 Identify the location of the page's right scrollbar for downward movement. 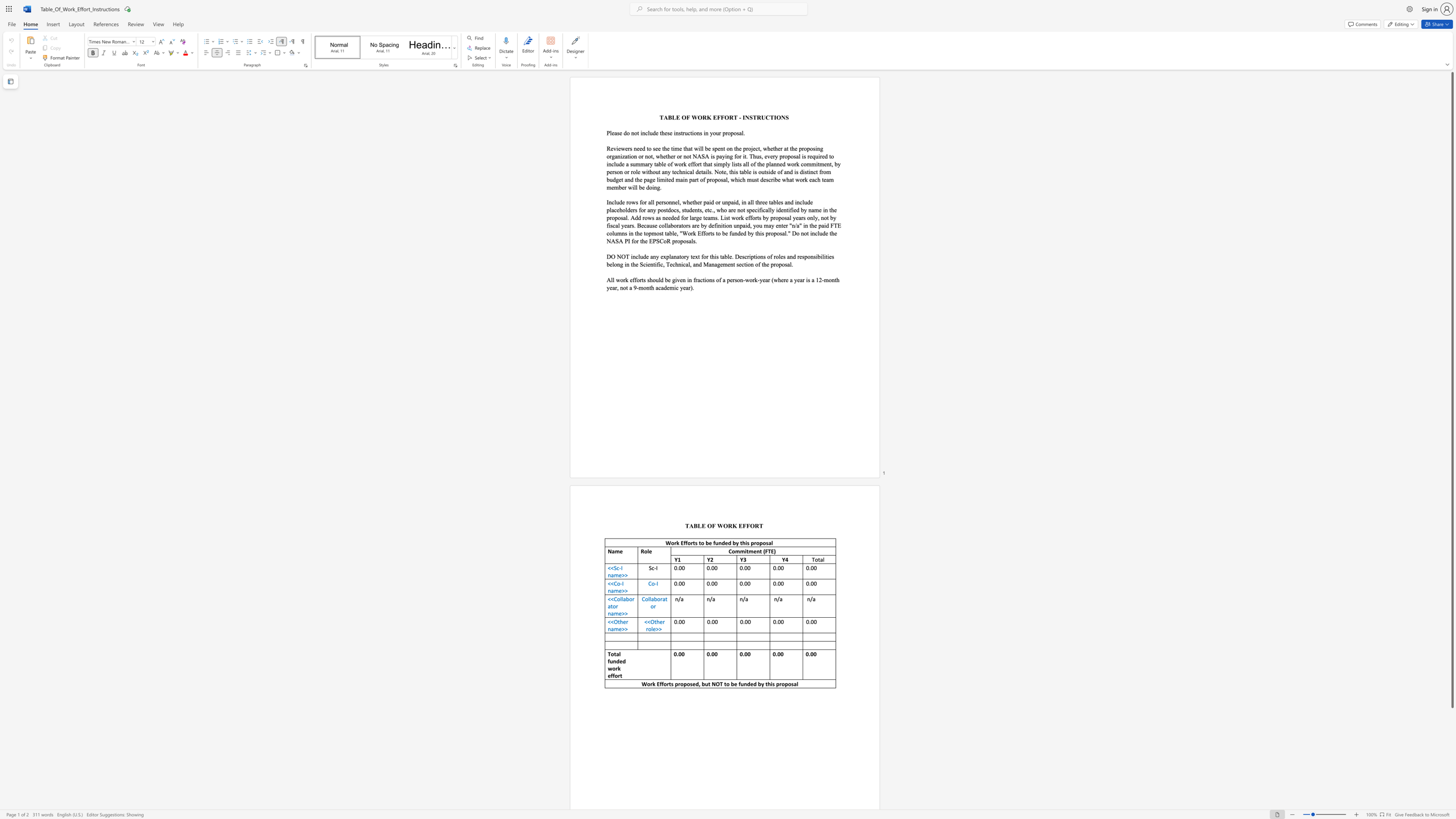
(1451, 723).